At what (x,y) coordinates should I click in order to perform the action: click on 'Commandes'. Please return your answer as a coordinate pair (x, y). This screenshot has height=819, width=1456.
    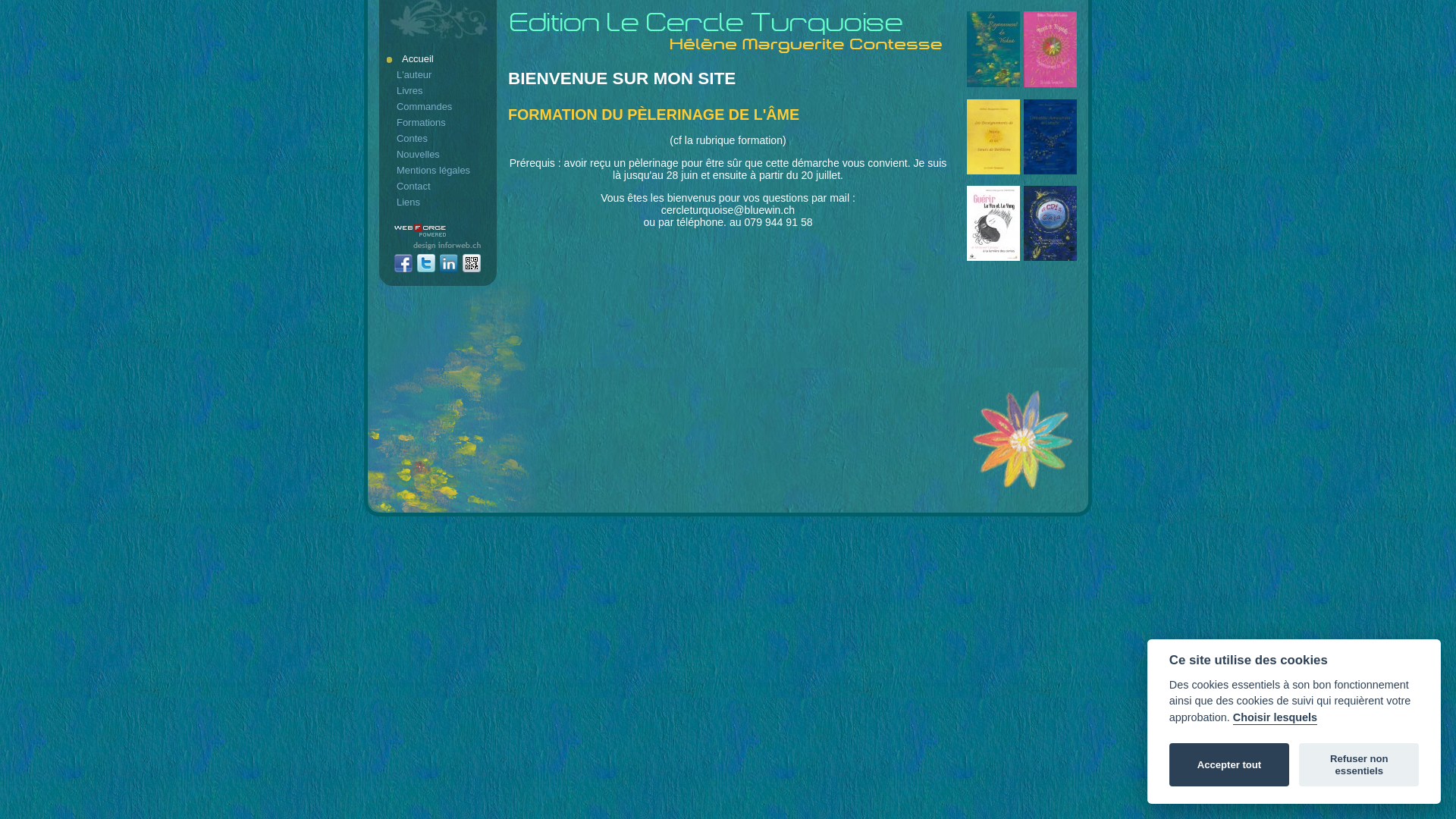
    Looking at the image, I should click on (438, 105).